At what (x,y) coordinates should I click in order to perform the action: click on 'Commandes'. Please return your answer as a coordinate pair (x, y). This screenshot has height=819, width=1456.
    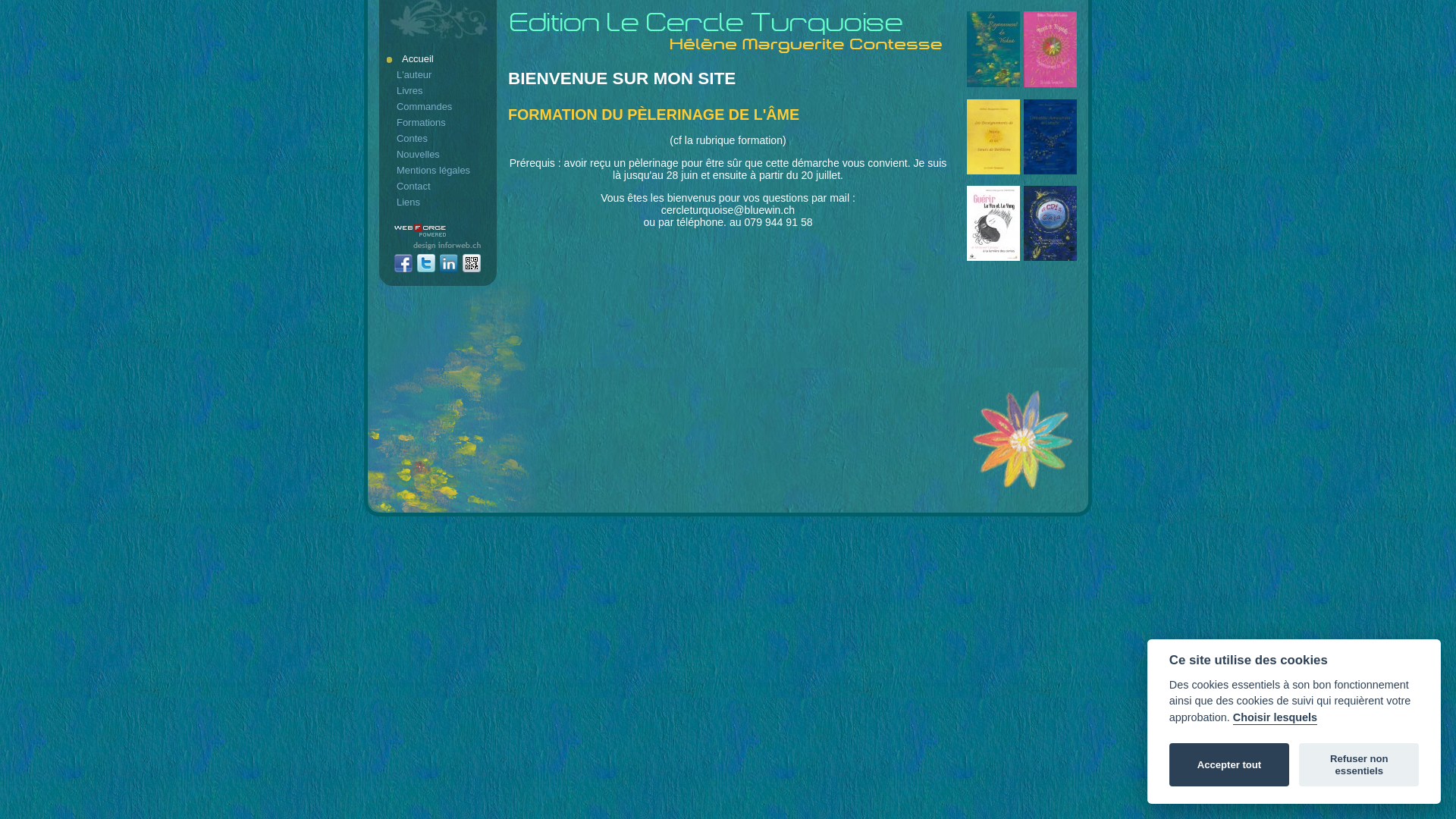
    Looking at the image, I should click on (438, 105).